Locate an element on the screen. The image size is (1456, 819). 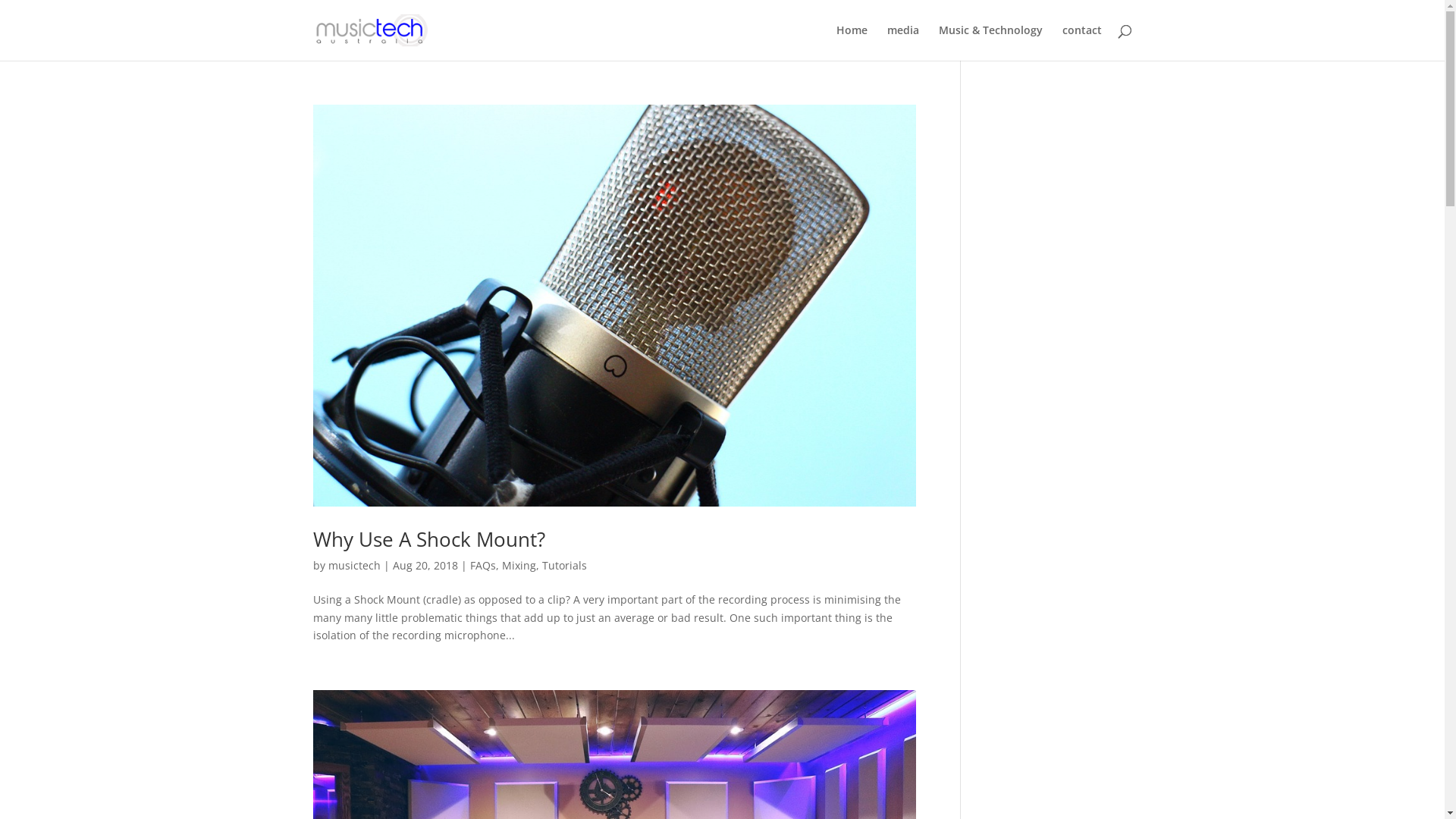
'musictech' is located at coordinates (353, 565).